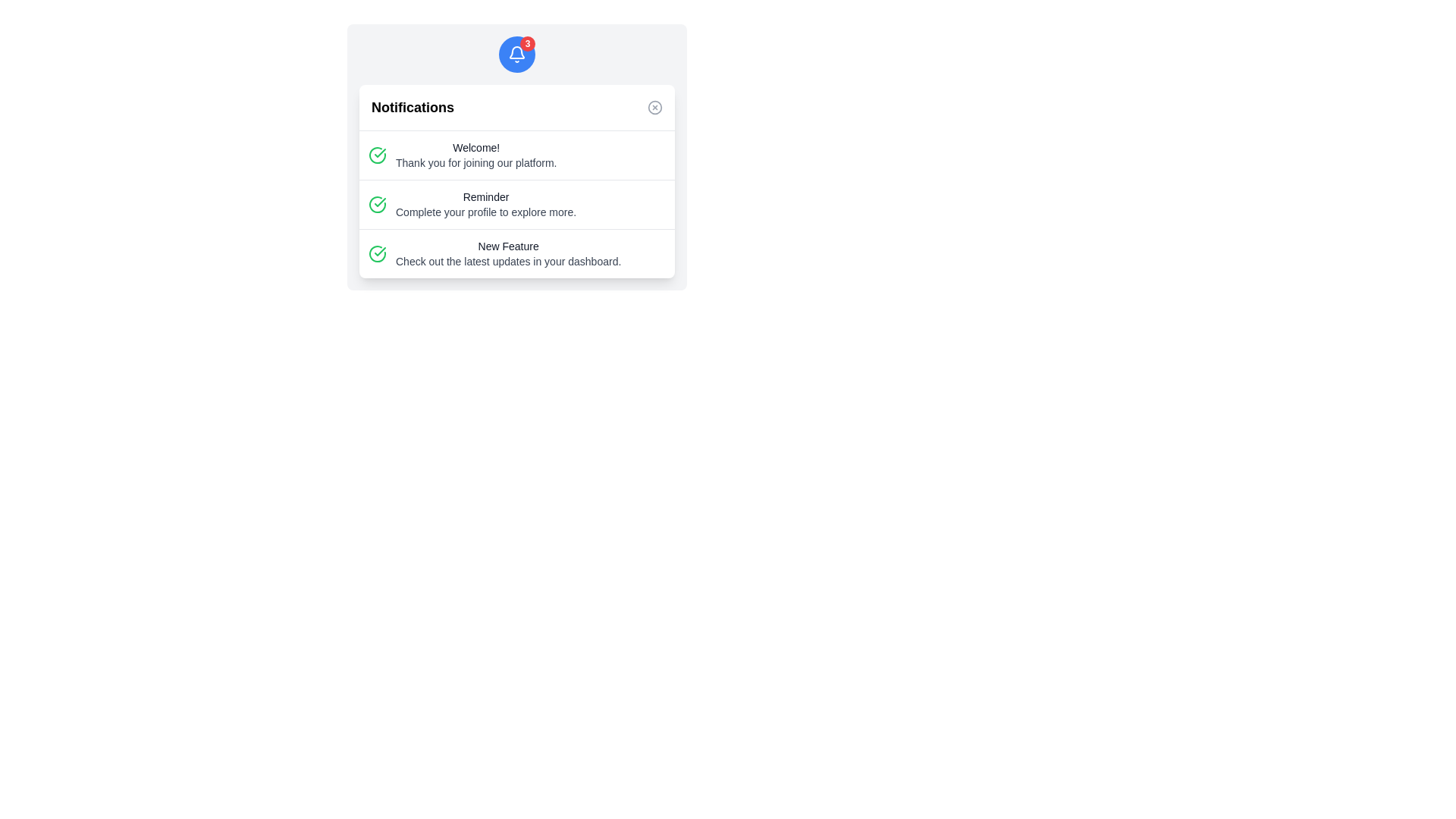  What do you see at coordinates (528, 42) in the screenshot?
I see `the Notification Badge, which is a small circular badge with a red background and white text displaying the number '3', located at the top-right corner of a blue circular notification bell icon` at bounding box center [528, 42].